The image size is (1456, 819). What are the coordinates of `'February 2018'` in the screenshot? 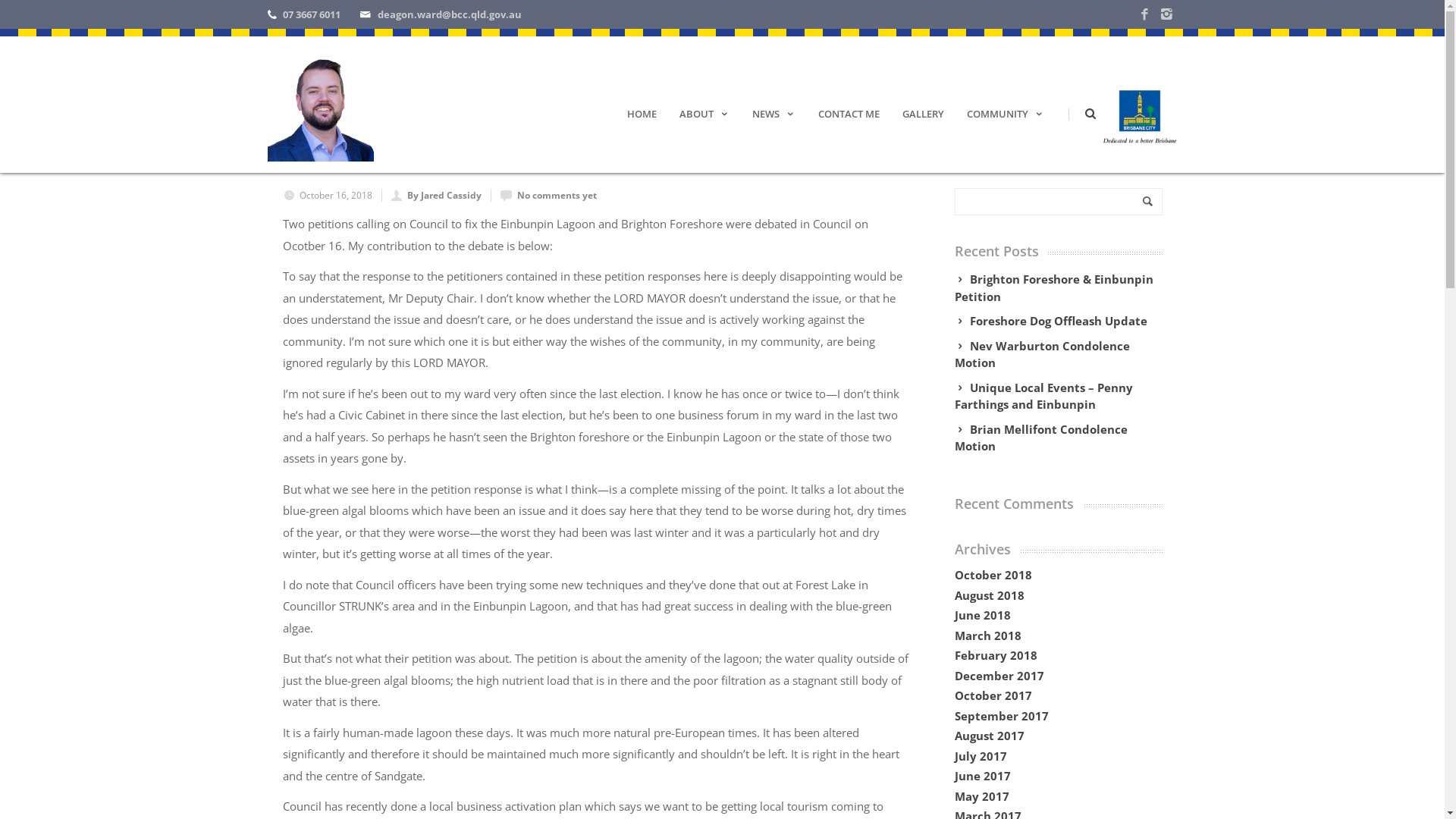 It's located at (995, 654).